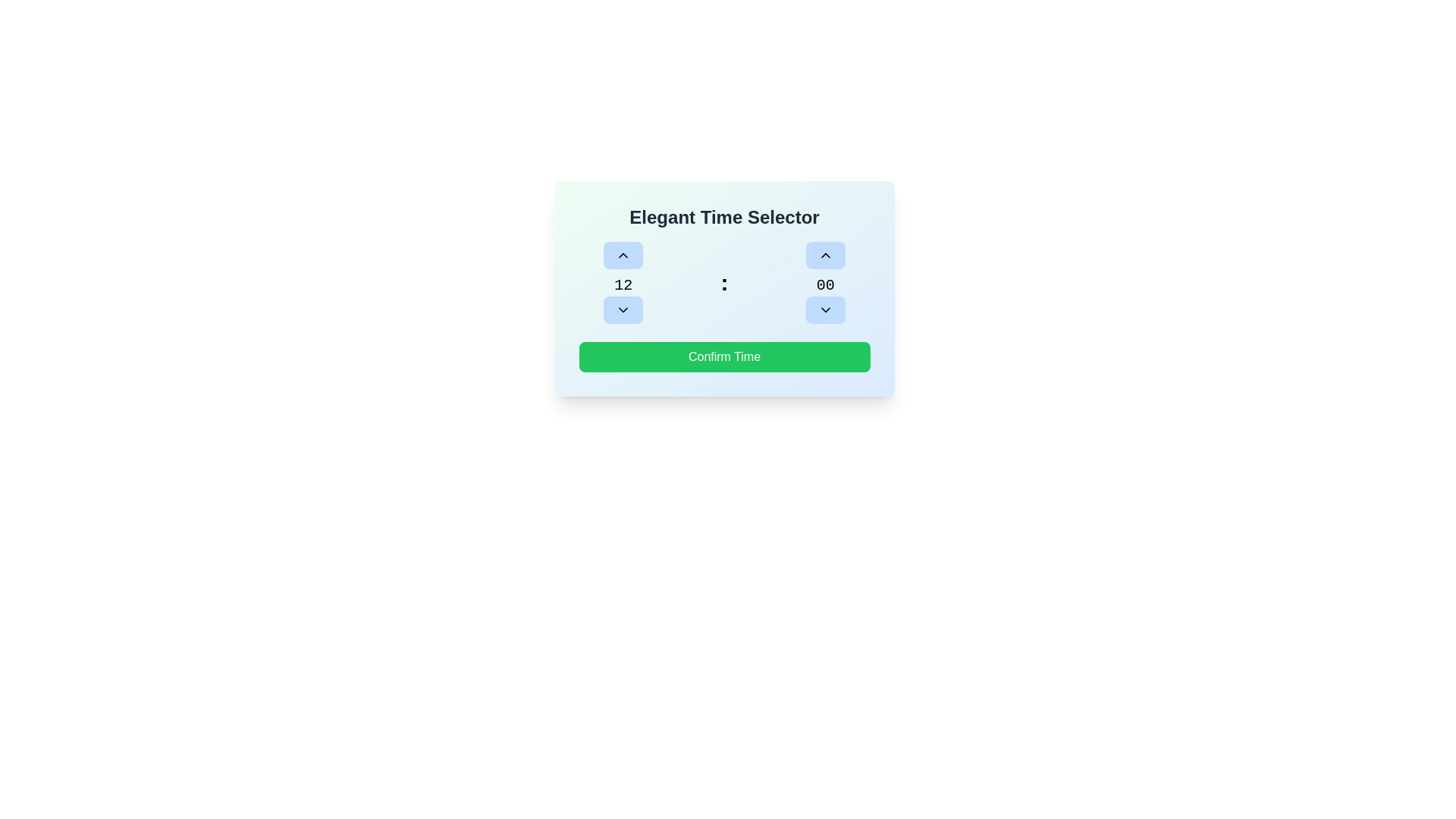 The height and width of the screenshot is (819, 1456). I want to click on the chevron icon button located in the top-right position of the time selector interface, so click(824, 254).